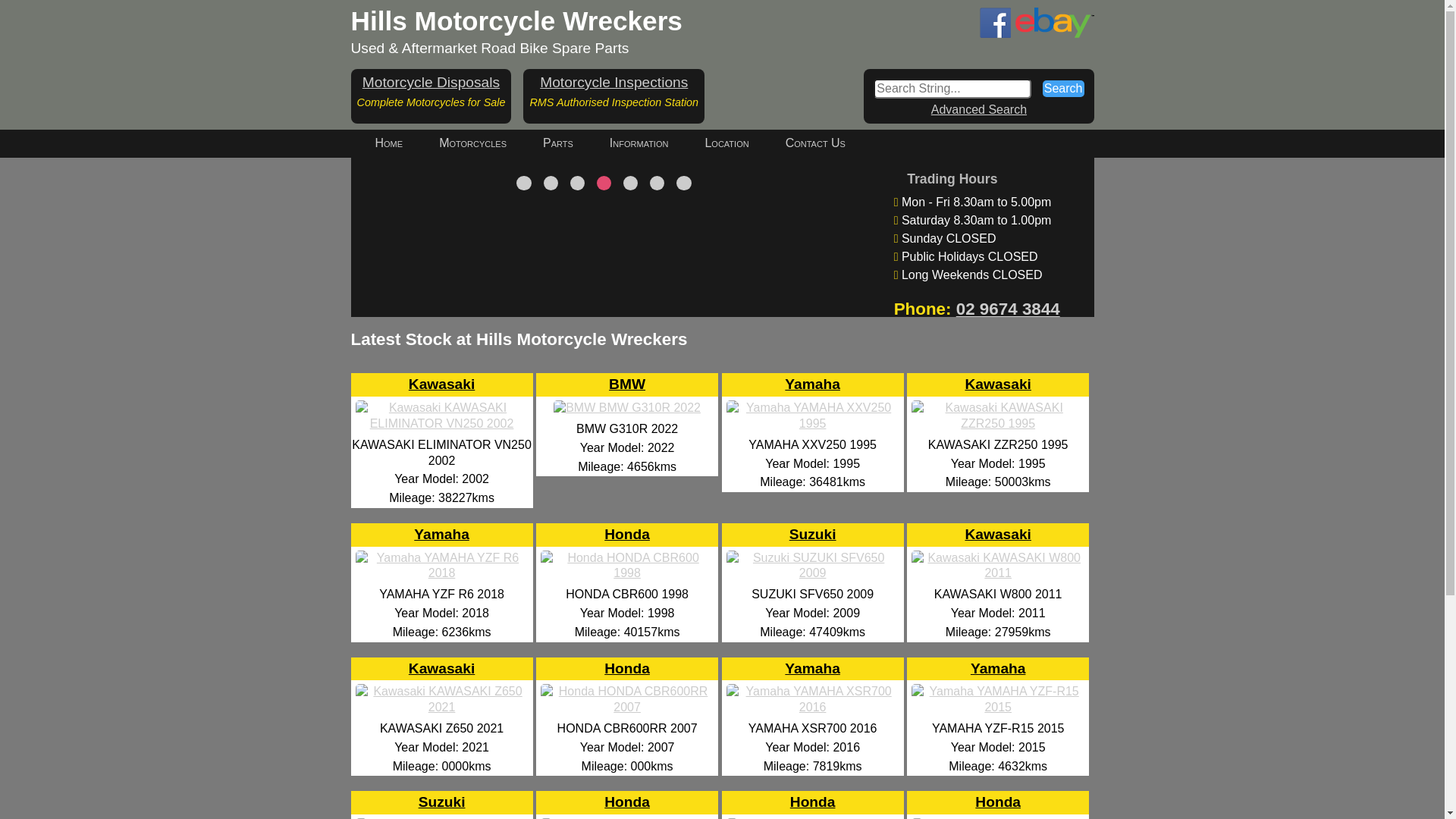  I want to click on 'Search', so click(1062, 88).